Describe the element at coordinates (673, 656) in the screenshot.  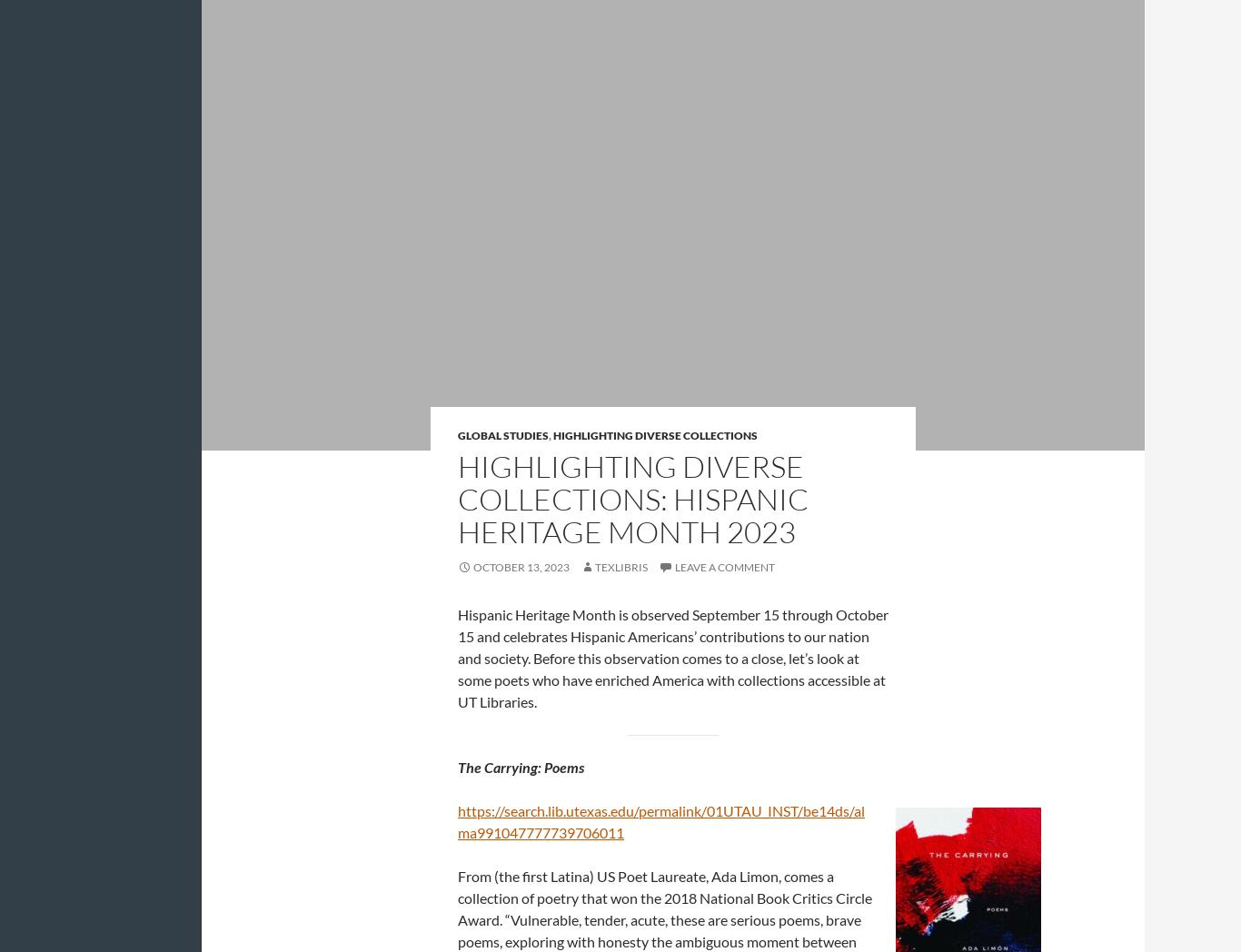
I see `'Hispanic Heritage Month is observed September 15 through October 15 and celebrates Hispanic Americans’ contributions to our nation and society. Before this observation comes to a close, let’s look at some poets who have enriched America with collections accessible at UT Libraries.'` at that location.